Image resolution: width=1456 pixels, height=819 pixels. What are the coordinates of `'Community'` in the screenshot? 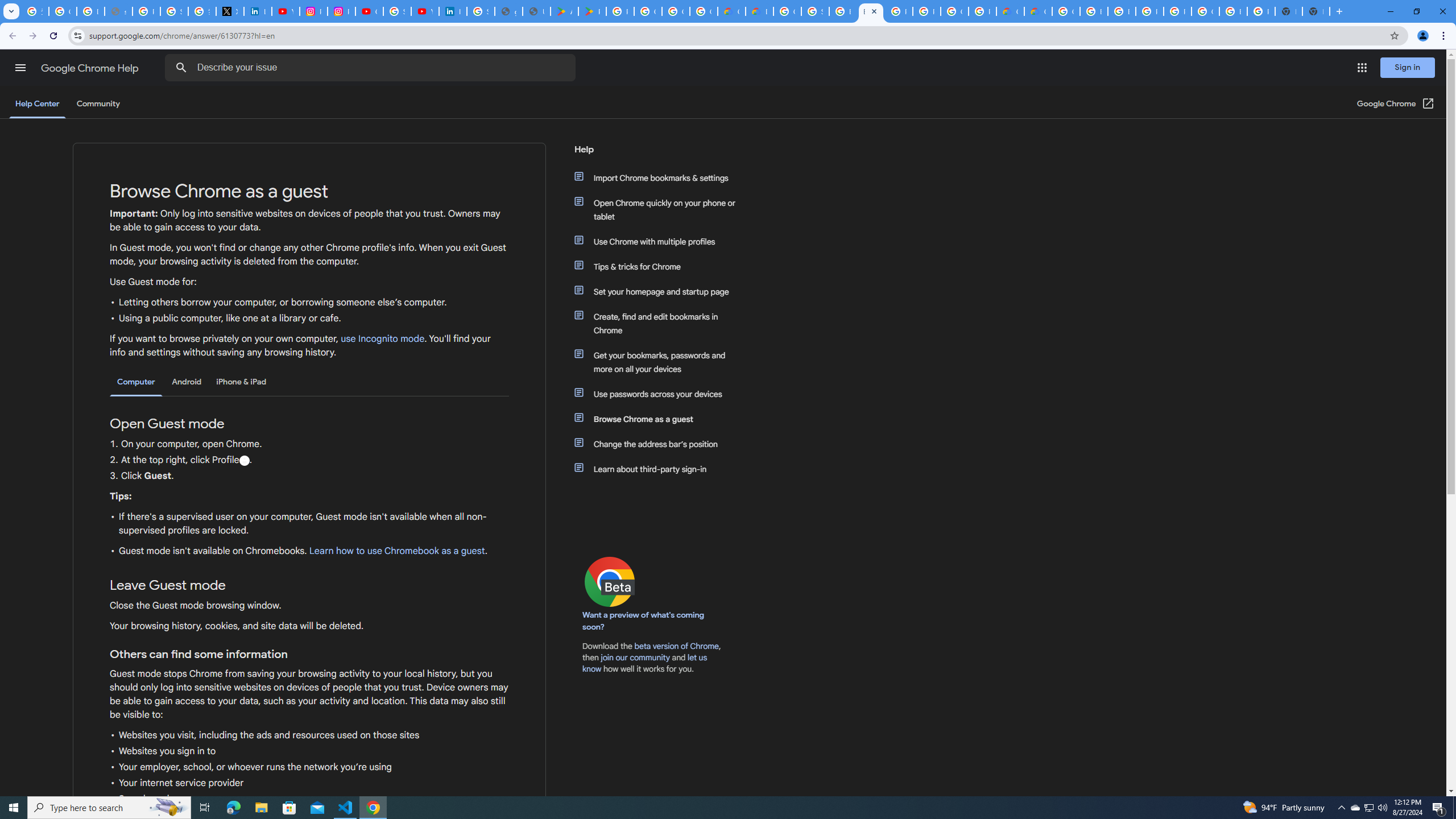 It's located at (97, 103).